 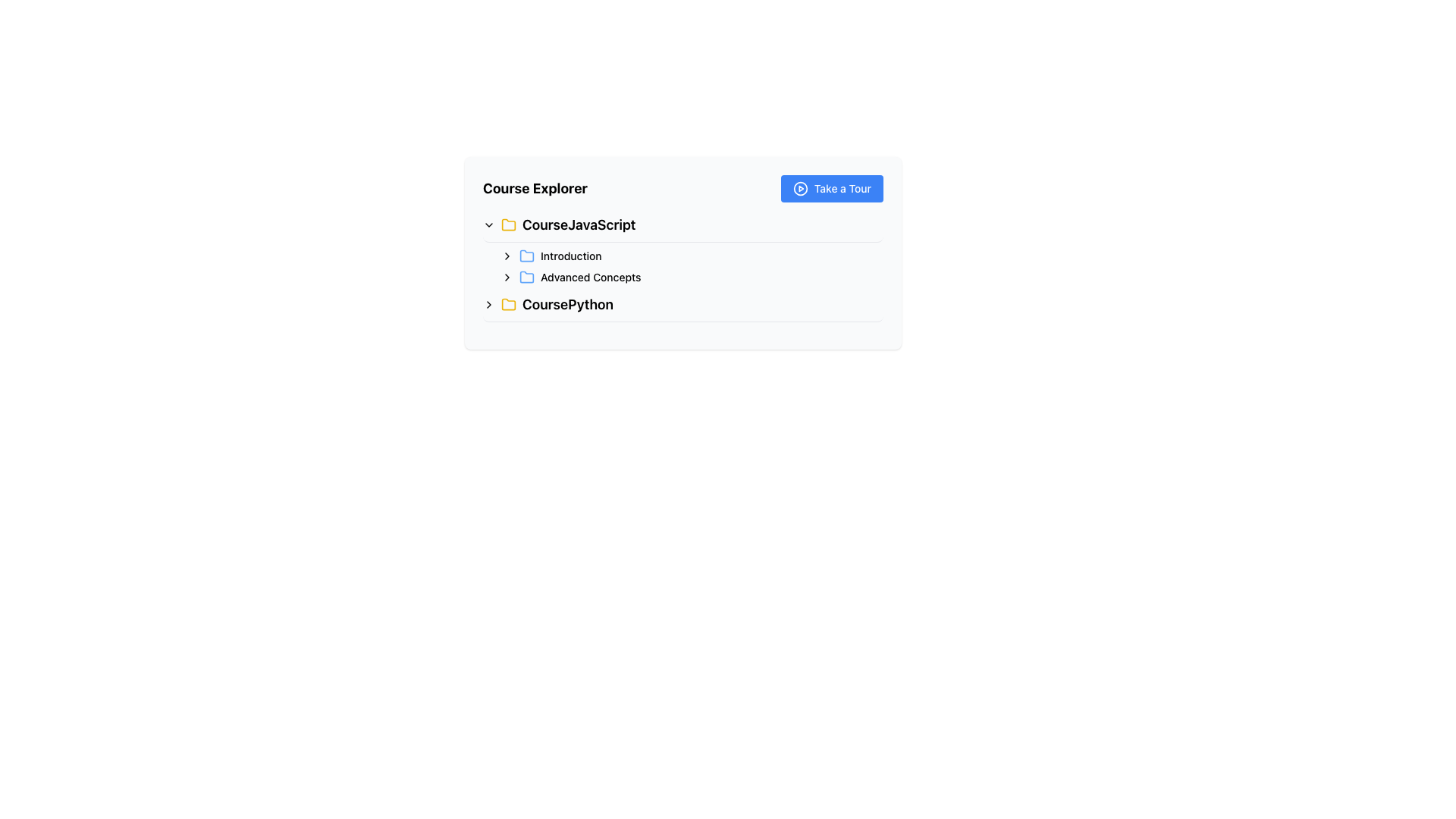 What do you see at coordinates (535, 188) in the screenshot?
I see `the static text label that serves as the title for the section indicating the content related to exploring courses, located above the hierarchical directory structure and to the left of the 'Take a Tour' button` at bounding box center [535, 188].